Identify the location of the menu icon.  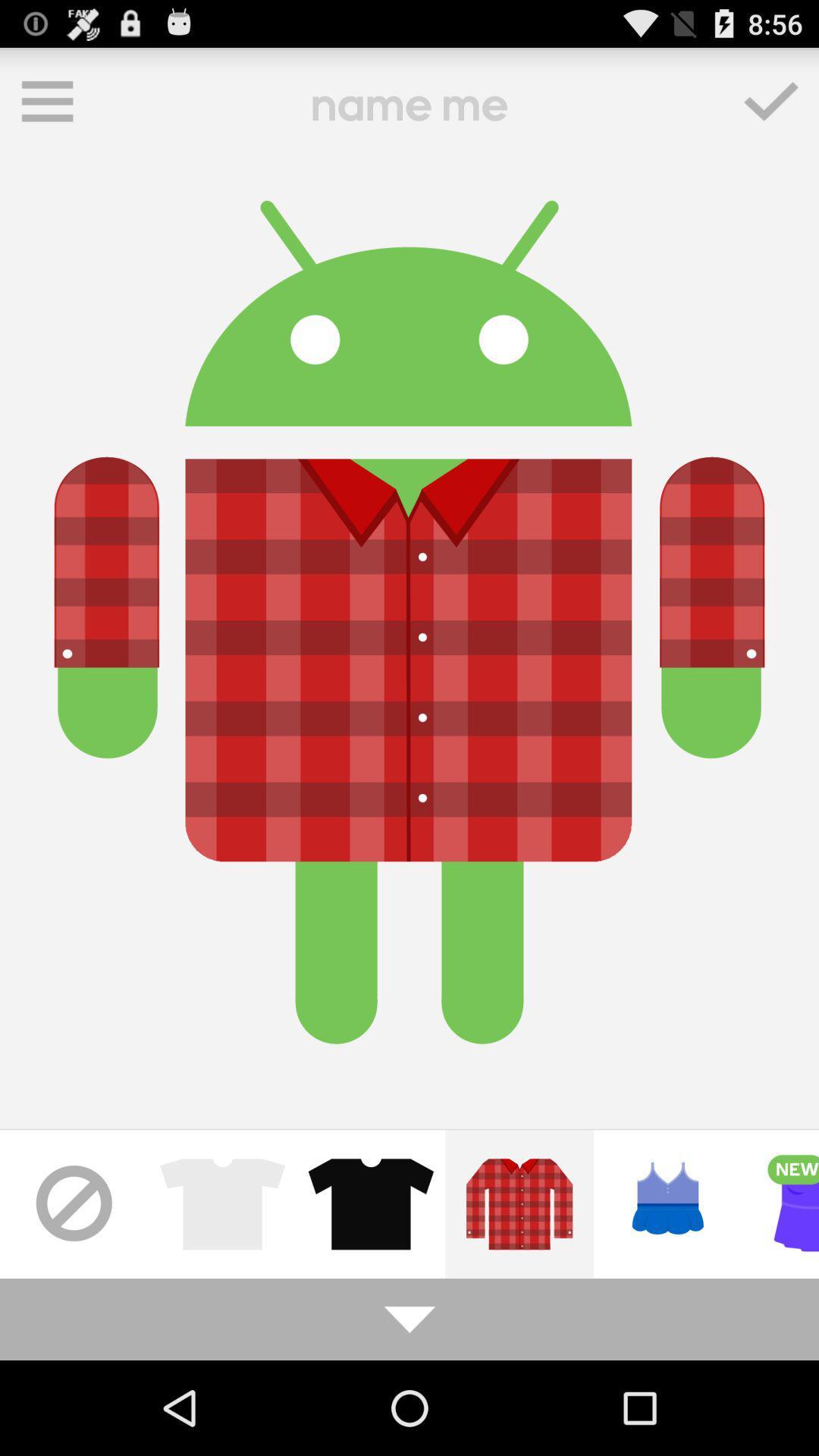
(46, 108).